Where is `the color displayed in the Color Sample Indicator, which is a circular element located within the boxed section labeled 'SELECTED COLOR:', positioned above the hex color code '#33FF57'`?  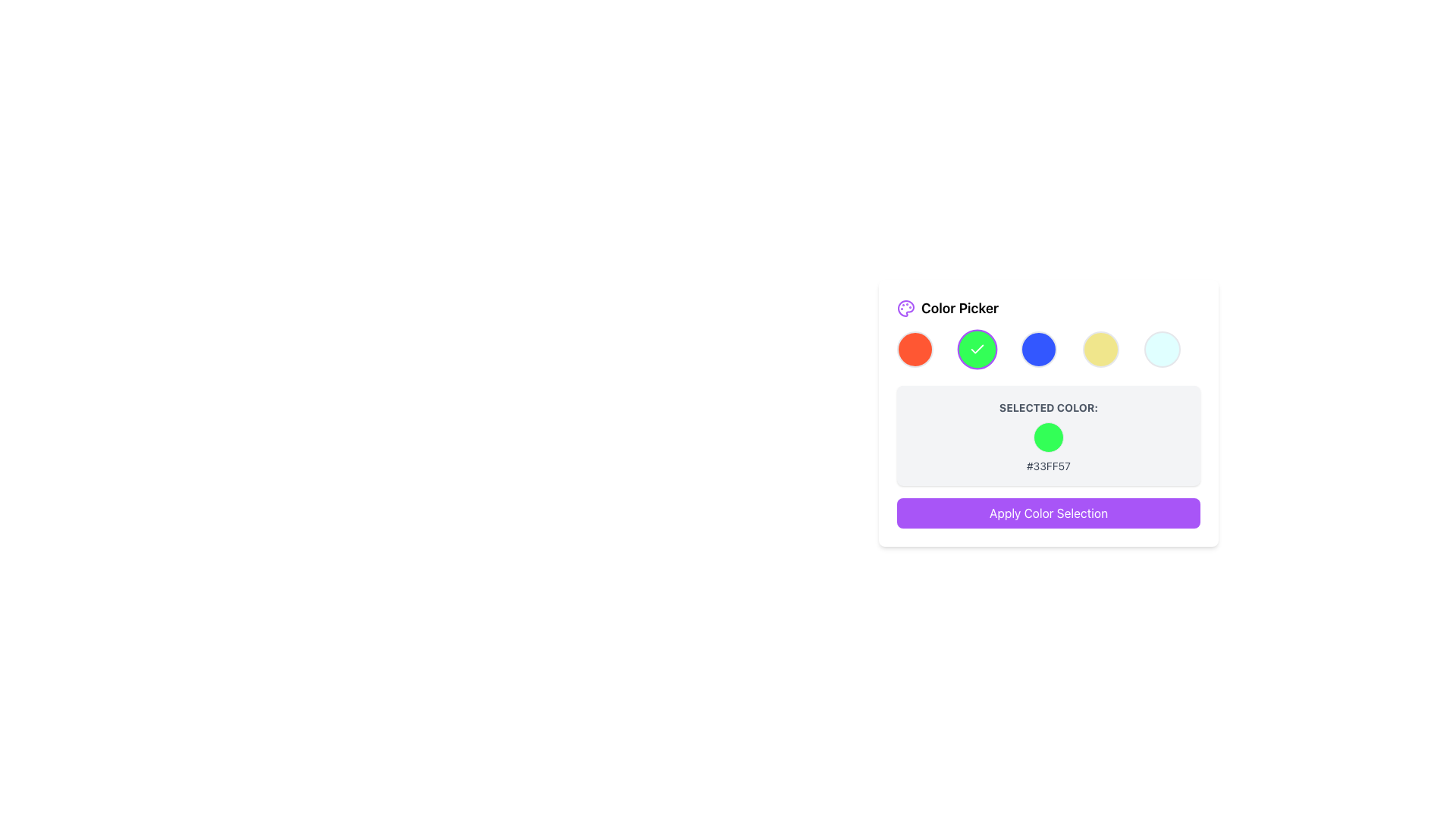
the color displayed in the Color Sample Indicator, which is a circular element located within the boxed section labeled 'SELECTED COLOR:', positioned above the hex color code '#33FF57' is located at coordinates (1047, 438).